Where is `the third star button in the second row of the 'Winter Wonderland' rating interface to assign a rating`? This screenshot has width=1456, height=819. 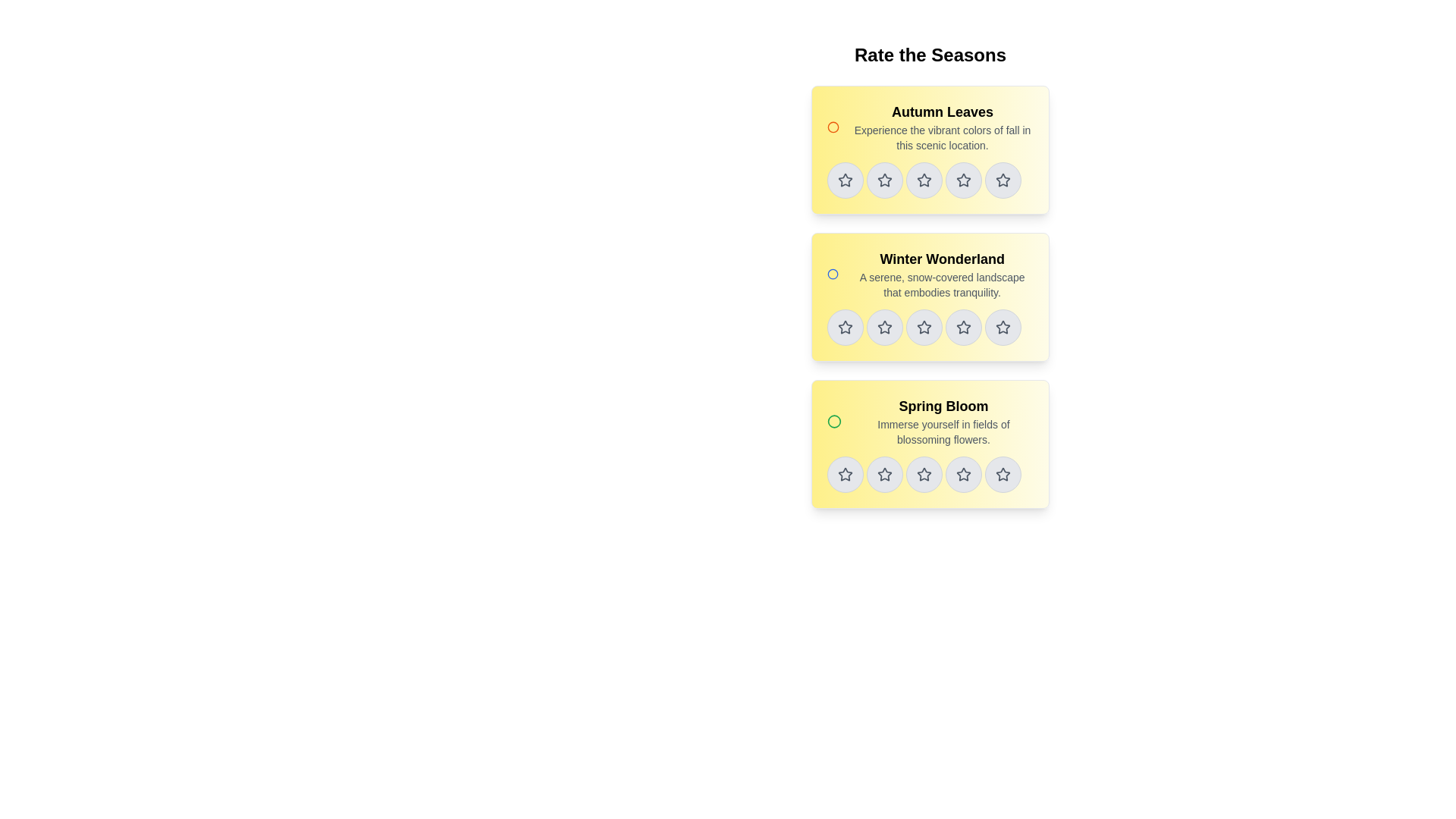
the third star button in the second row of the 'Winter Wonderland' rating interface to assign a rating is located at coordinates (924, 327).